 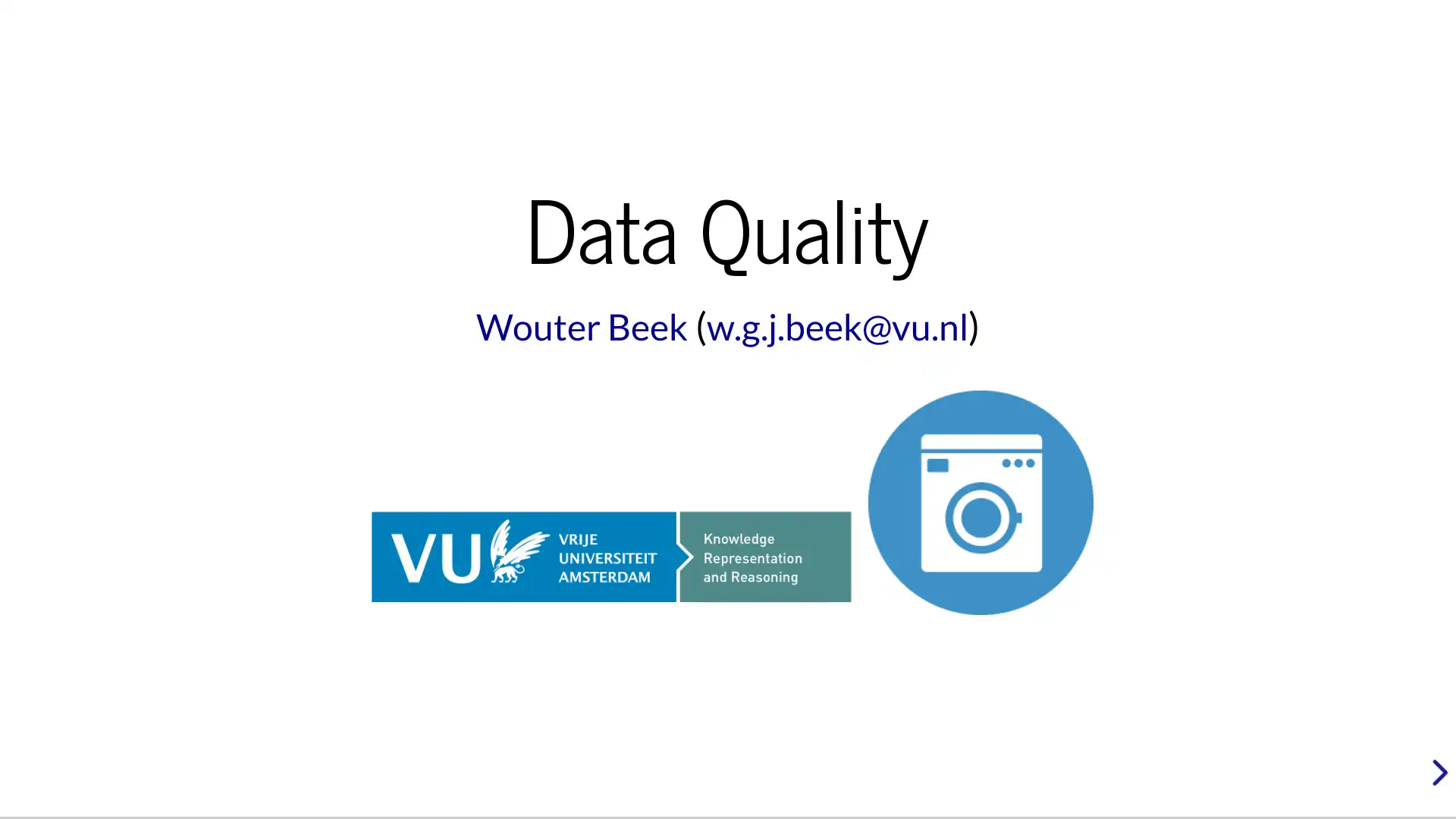 I want to click on next slide, so click(x=1432, y=772).